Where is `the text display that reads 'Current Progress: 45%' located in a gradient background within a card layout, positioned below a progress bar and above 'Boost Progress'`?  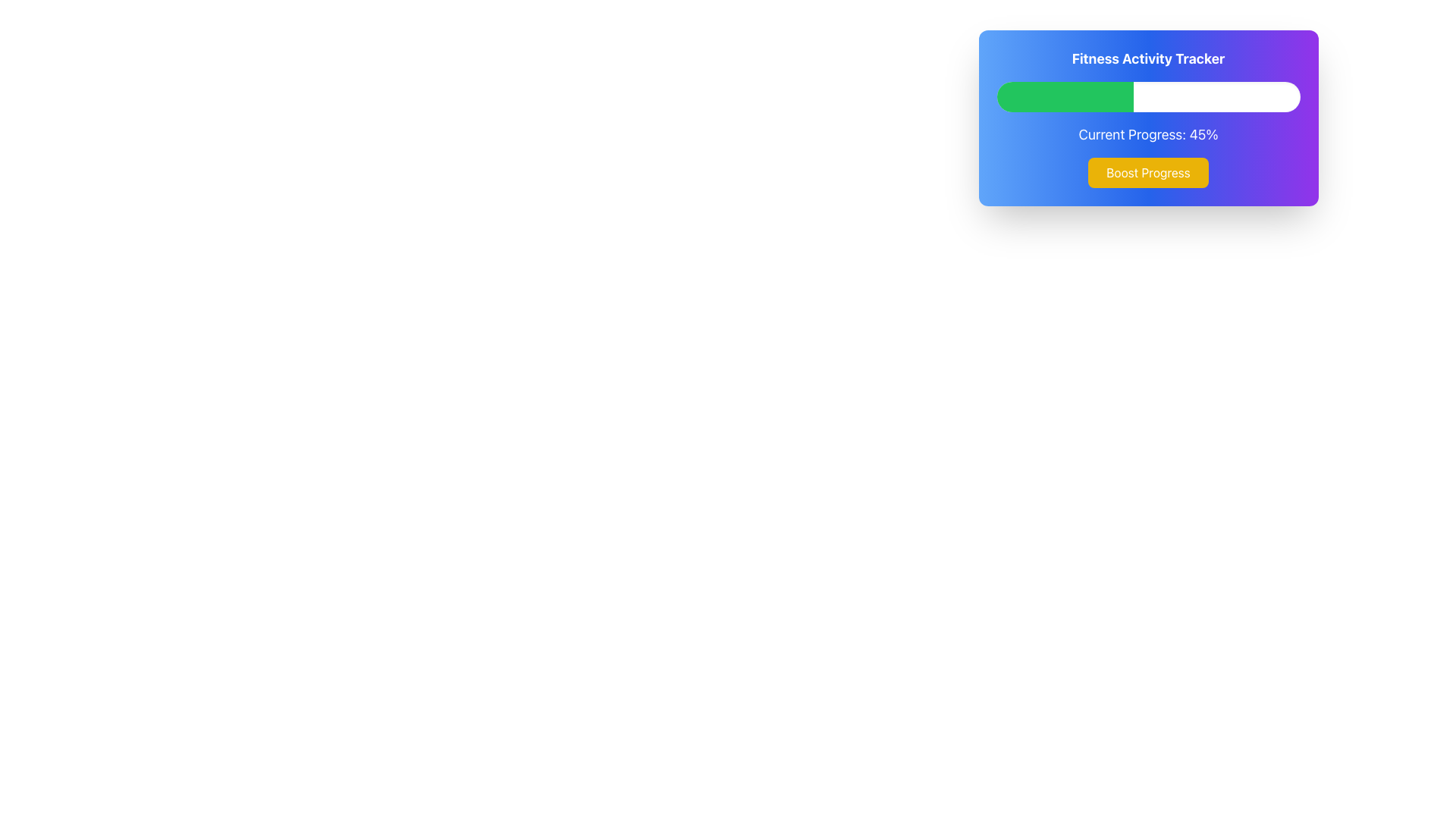 the text display that reads 'Current Progress: 45%' located in a gradient background within a card layout, positioned below a progress bar and above 'Boost Progress' is located at coordinates (1148, 133).